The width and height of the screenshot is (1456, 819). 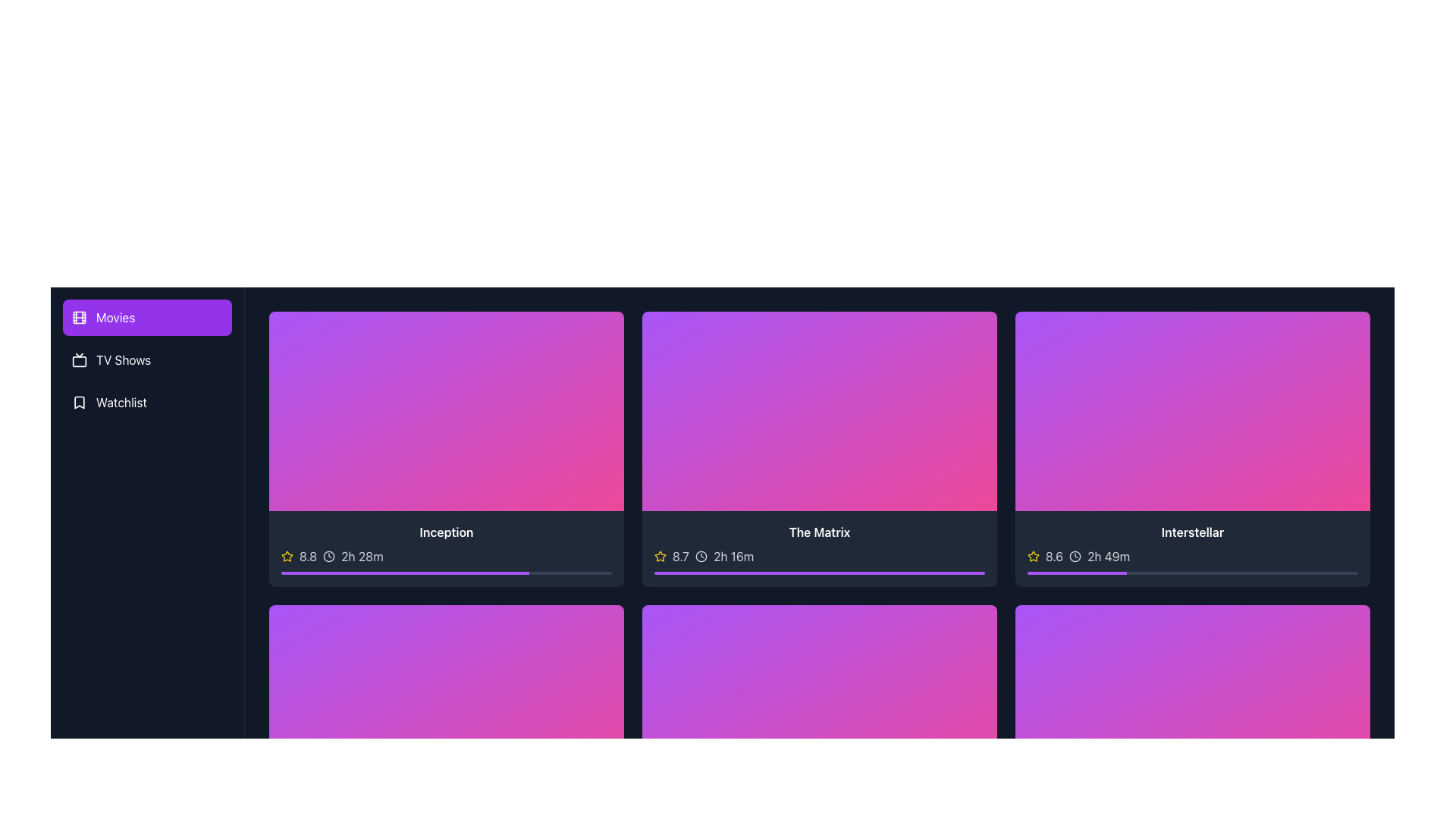 I want to click on the visual placeholder or thumbnail with a gradient background transitioning from purple to pink, located in the bottom-right card of the grid layout, below the title 'Interstellar', so click(x=1192, y=704).